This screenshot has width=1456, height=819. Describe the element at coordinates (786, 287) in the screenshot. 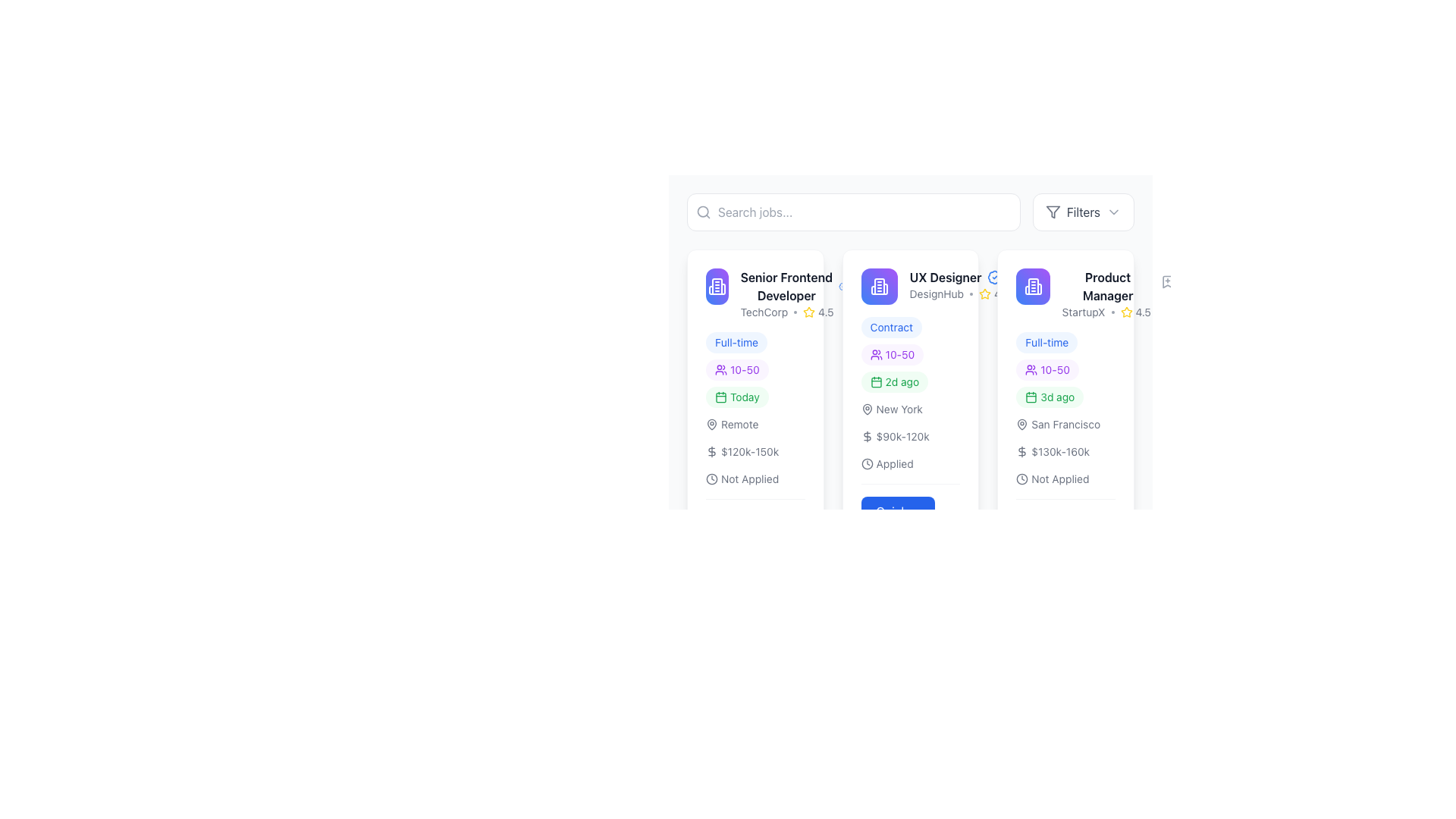

I see `the text label displaying 'Senior Frontend Developer'` at that location.